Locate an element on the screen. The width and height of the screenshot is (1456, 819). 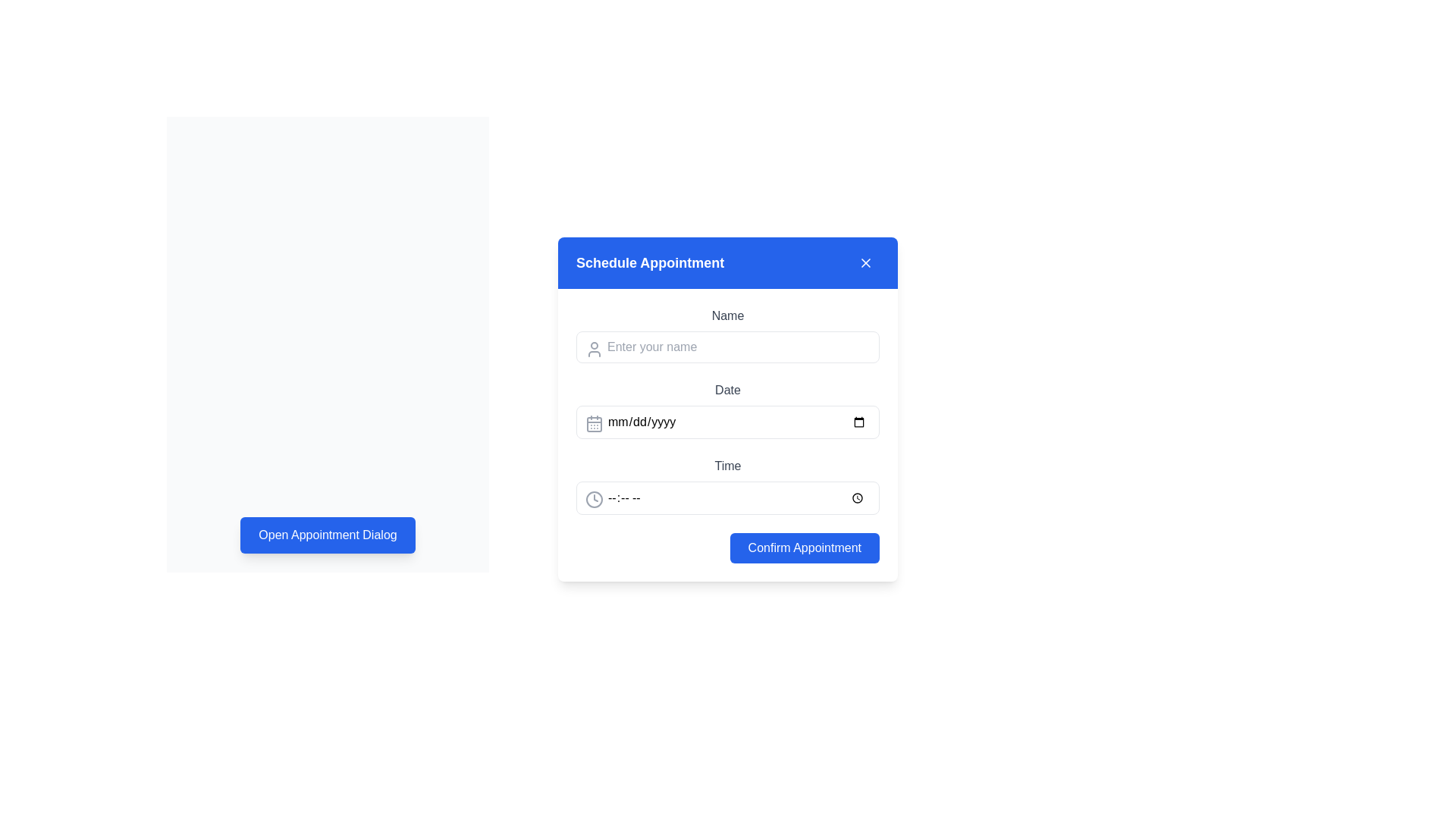
the calendar icon located to the left of the 'Date' input field in the 'Schedule Appointment' dialog box is located at coordinates (593, 424).